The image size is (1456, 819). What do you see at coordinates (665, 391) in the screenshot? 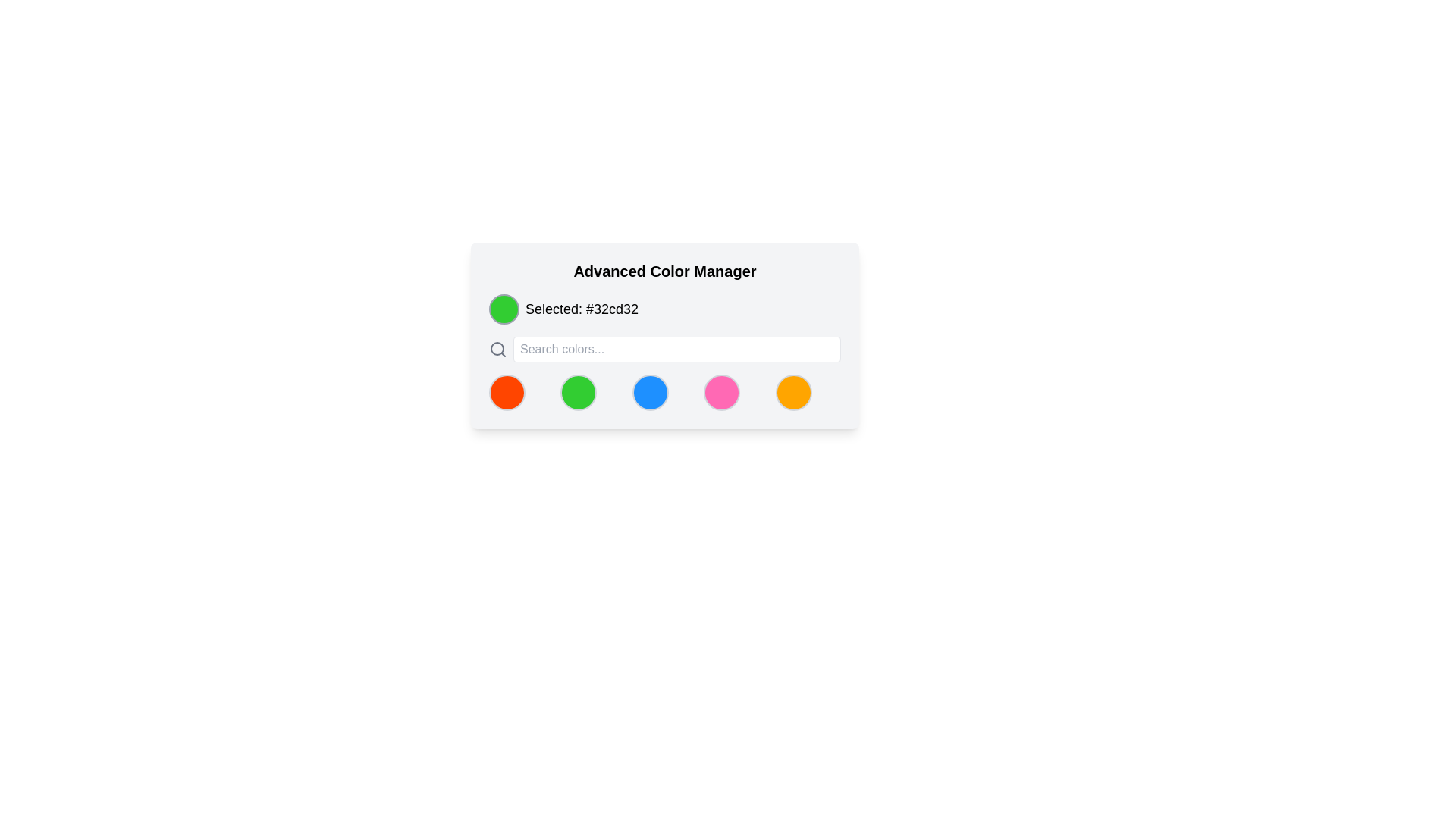
I see `the central blue circle in the color selector grid of the 'Advanced Color Manager' interface` at bounding box center [665, 391].